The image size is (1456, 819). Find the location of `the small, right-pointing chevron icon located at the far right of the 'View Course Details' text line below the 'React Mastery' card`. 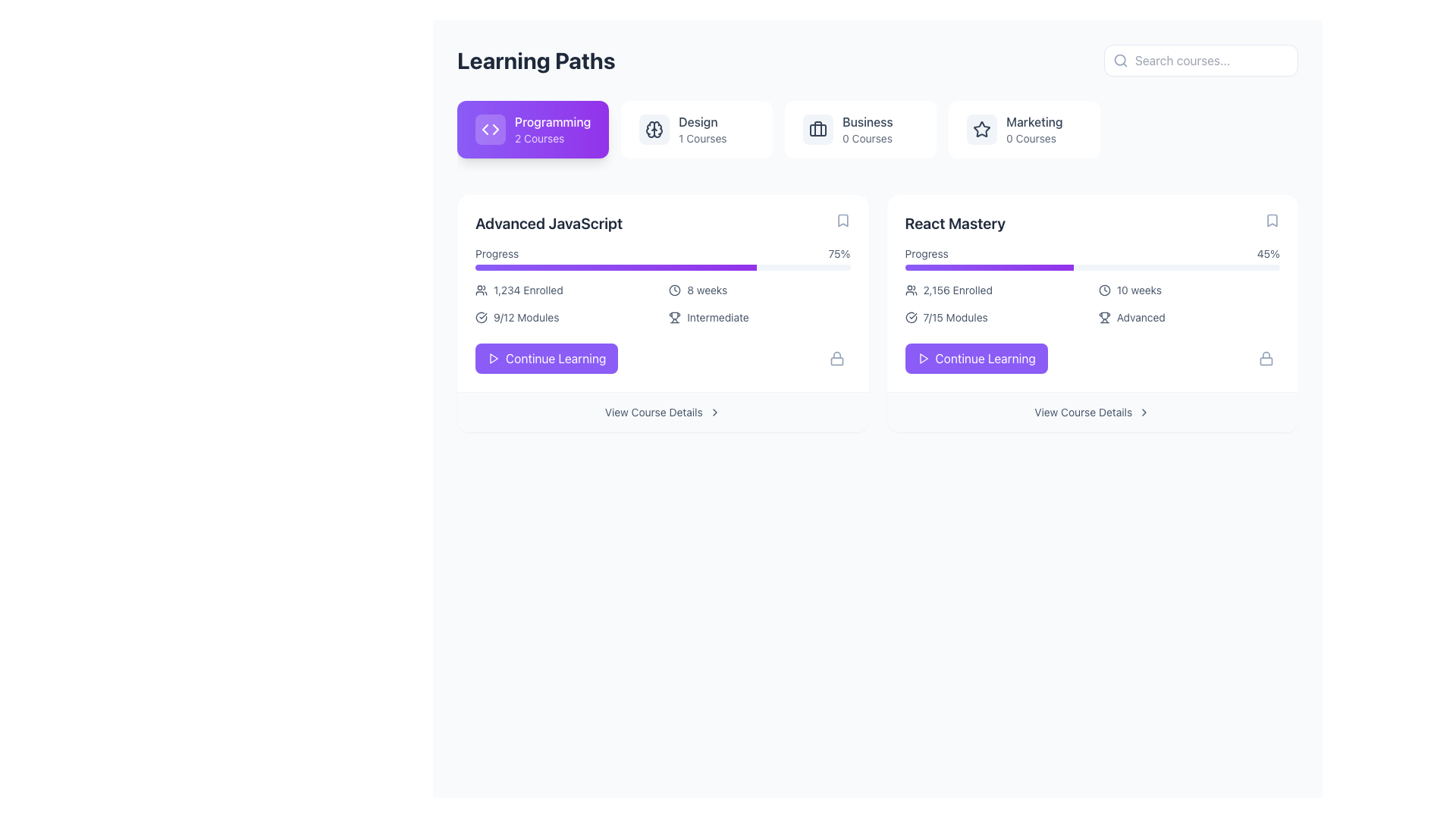

the small, right-pointing chevron icon located at the far right of the 'View Course Details' text line below the 'React Mastery' card is located at coordinates (1144, 412).